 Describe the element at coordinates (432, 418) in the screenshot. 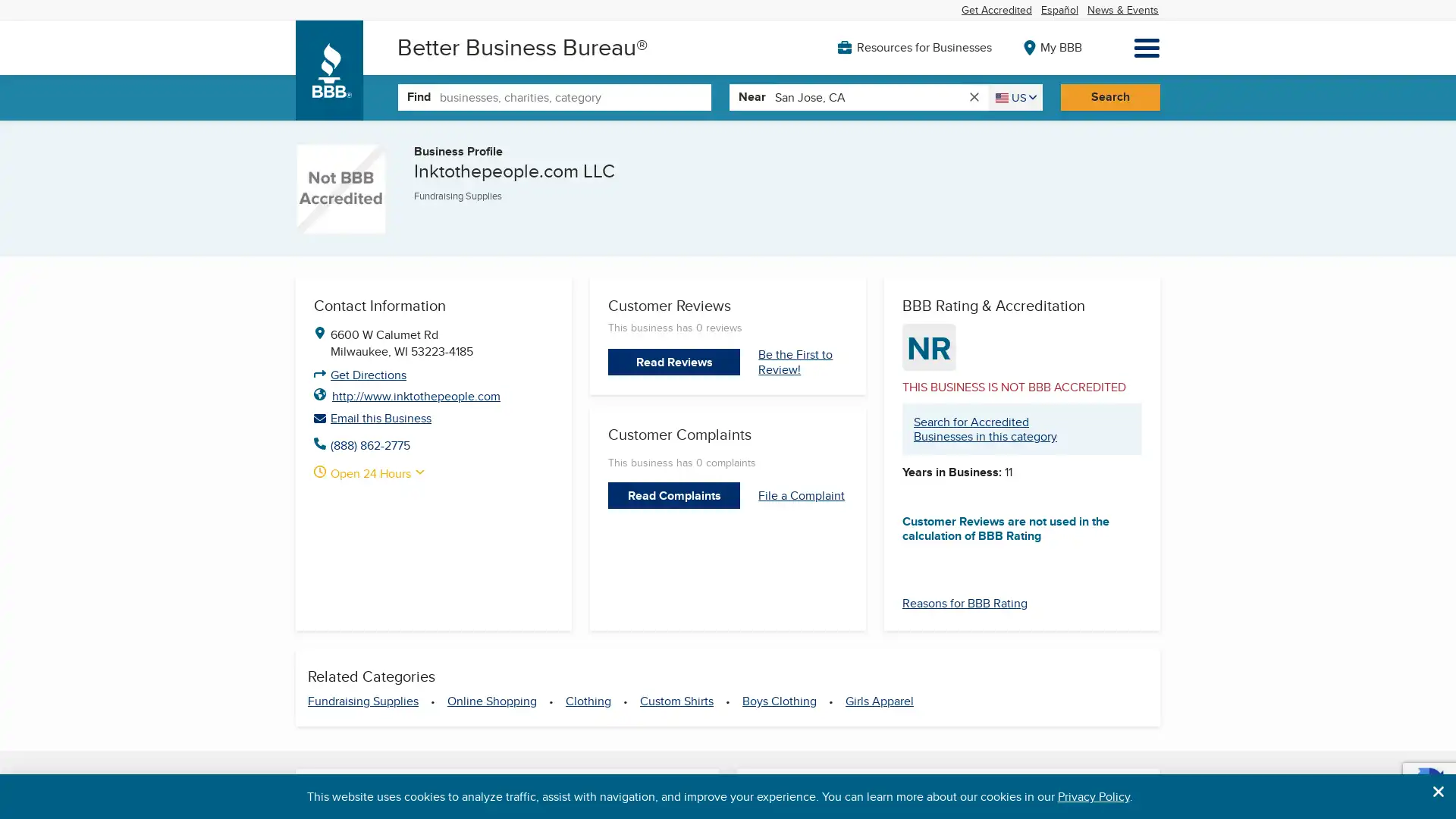

I see `Email this Business` at that location.